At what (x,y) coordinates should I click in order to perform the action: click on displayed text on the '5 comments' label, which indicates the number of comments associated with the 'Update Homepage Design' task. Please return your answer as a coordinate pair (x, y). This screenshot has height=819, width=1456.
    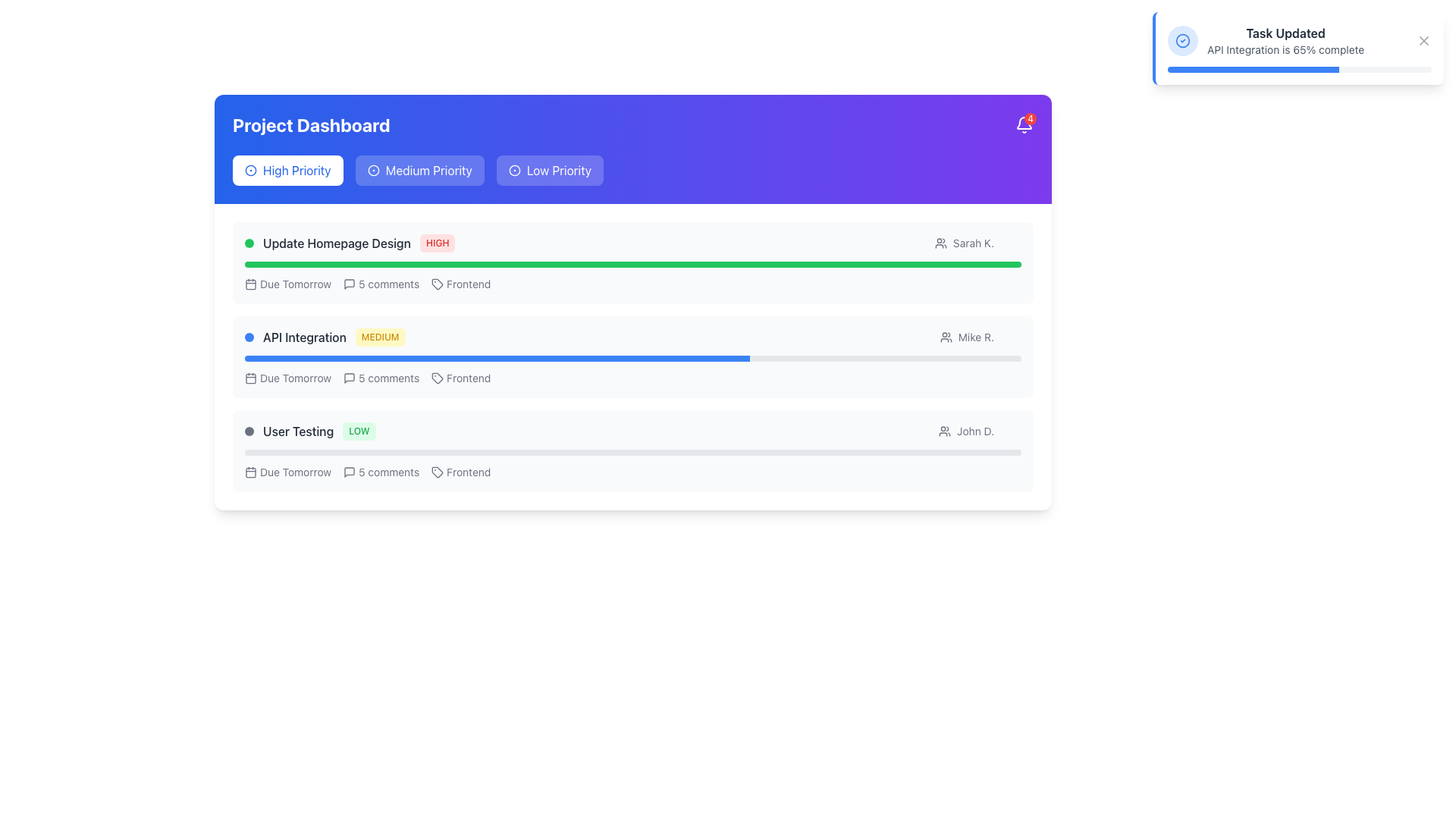
    Looking at the image, I should click on (381, 284).